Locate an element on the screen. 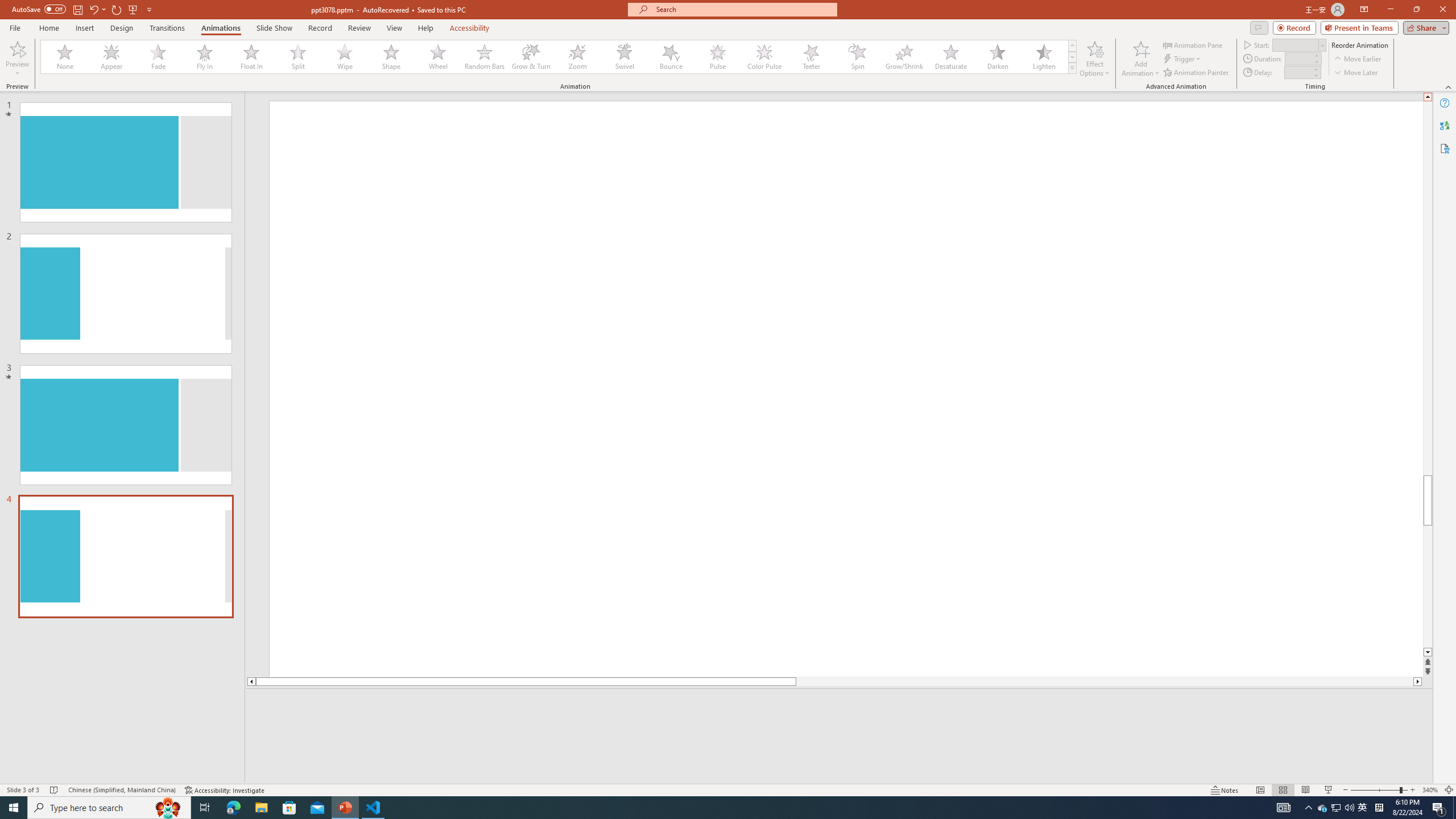  'Grow & Turn' is located at coordinates (531, 56).